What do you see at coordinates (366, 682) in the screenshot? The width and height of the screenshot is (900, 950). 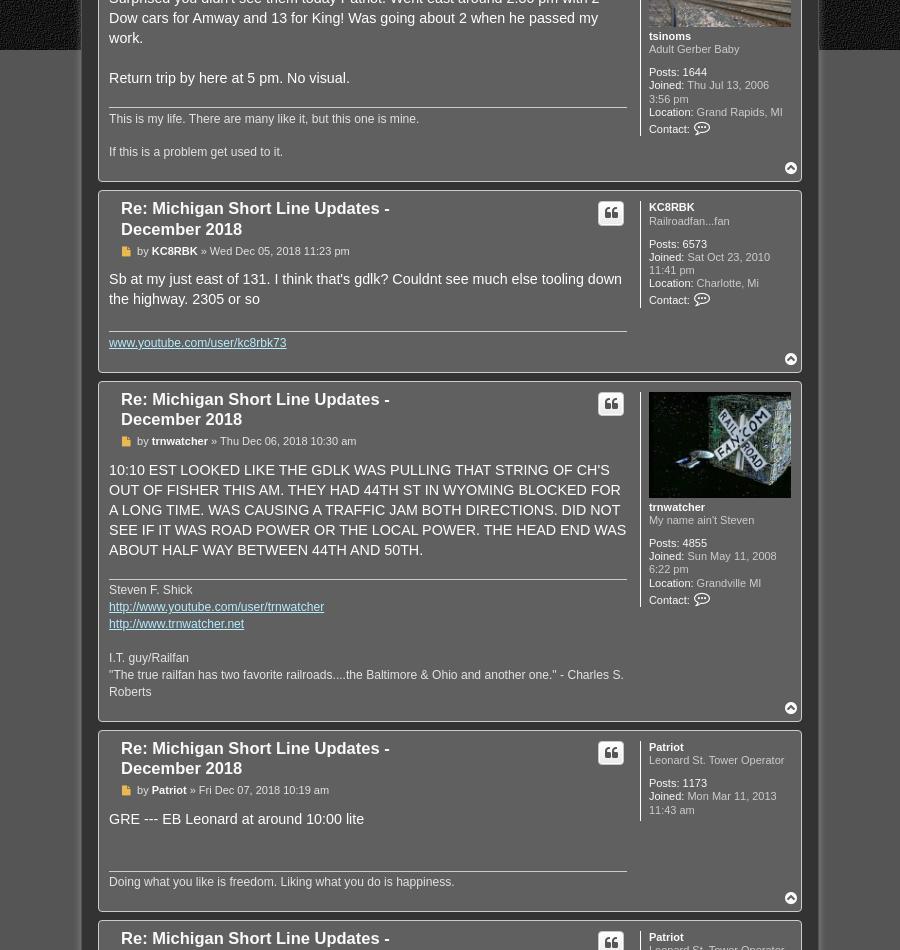 I see `'"The true railfan has two favorite railroads....the Baltimore & Ohio and another one." - Charles S. Roberts'` at bounding box center [366, 682].